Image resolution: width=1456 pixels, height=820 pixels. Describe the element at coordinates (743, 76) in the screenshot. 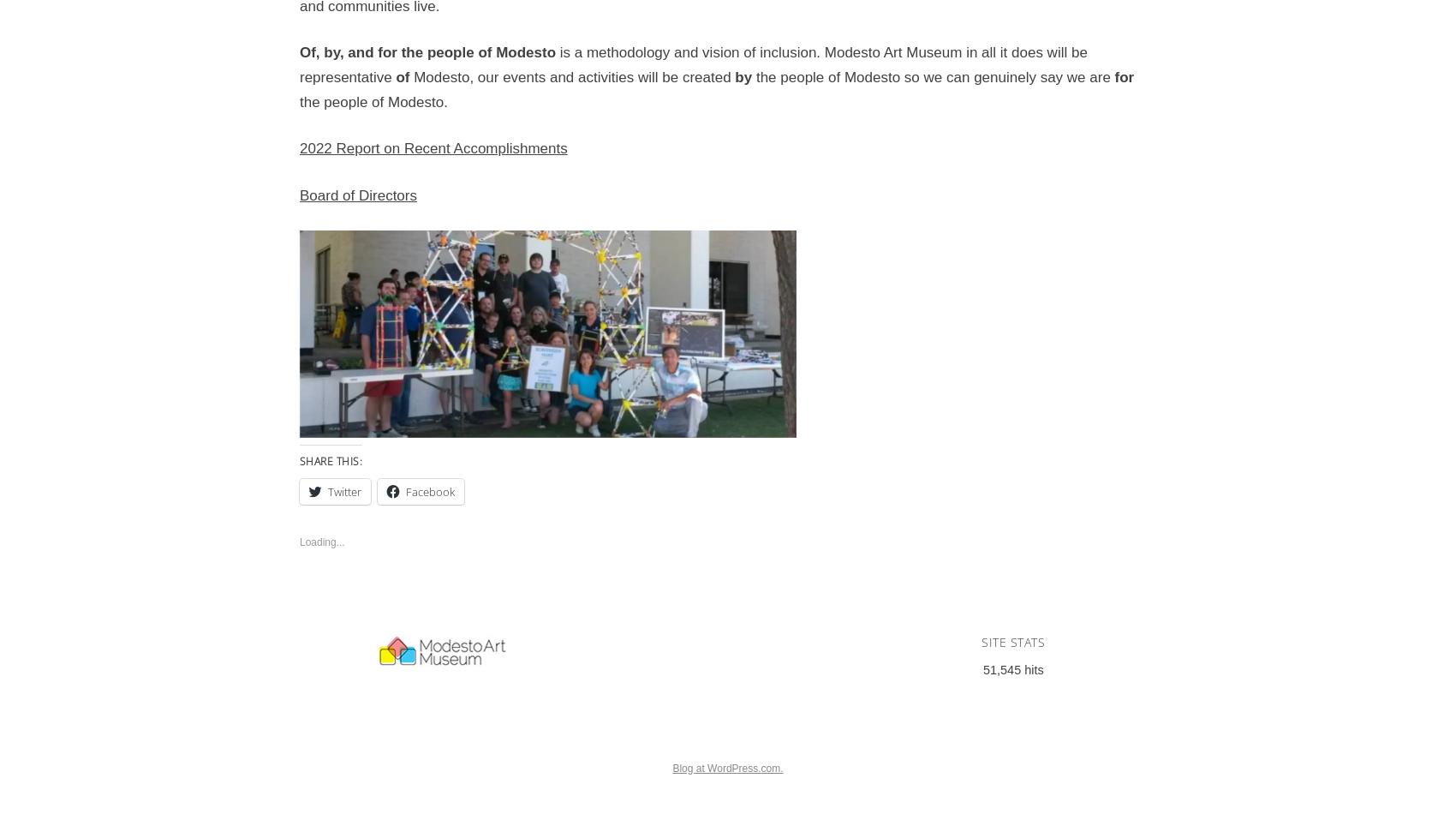

I see `'by'` at that location.